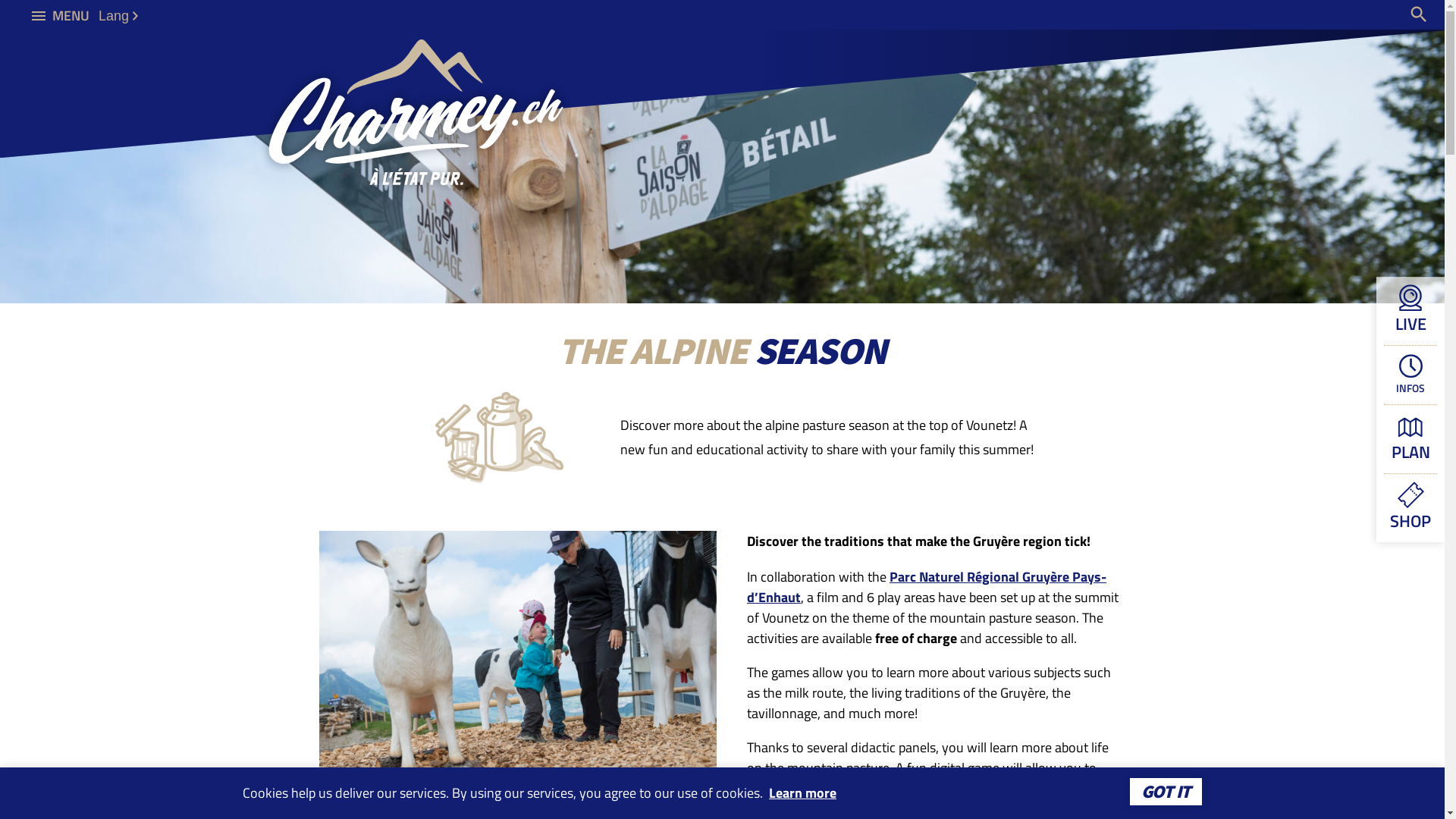 Image resolution: width=1456 pixels, height=819 pixels. What do you see at coordinates (1410, 438) in the screenshot?
I see `'PLAN'` at bounding box center [1410, 438].